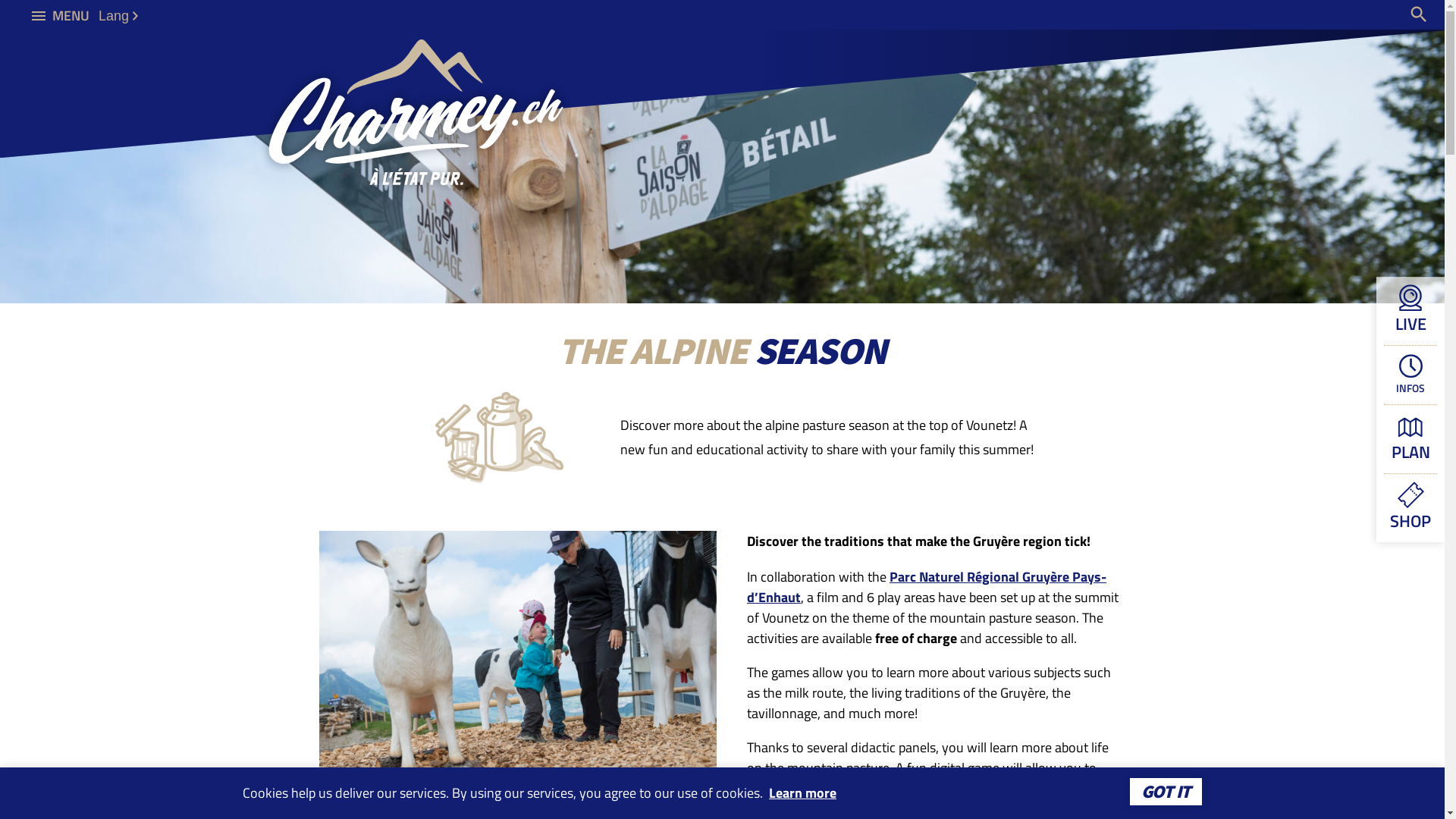 Image resolution: width=1456 pixels, height=819 pixels. What do you see at coordinates (1410, 438) in the screenshot?
I see `'PLAN'` at bounding box center [1410, 438].